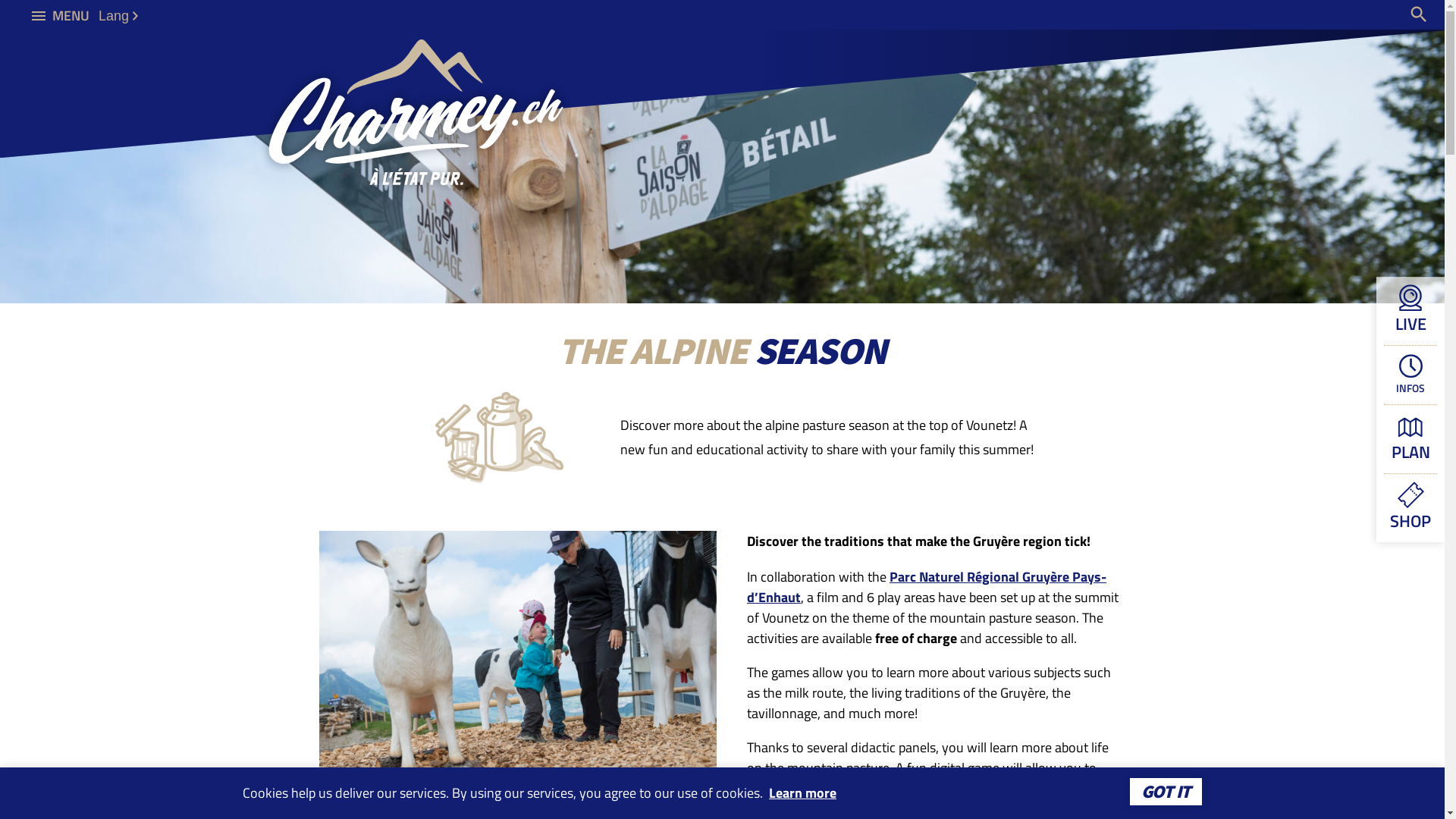 Image resolution: width=1456 pixels, height=819 pixels. What do you see at coordinates (1410, 438) in the screenshot?
I see `'PLAN'` at bounding box center [1410, 438].